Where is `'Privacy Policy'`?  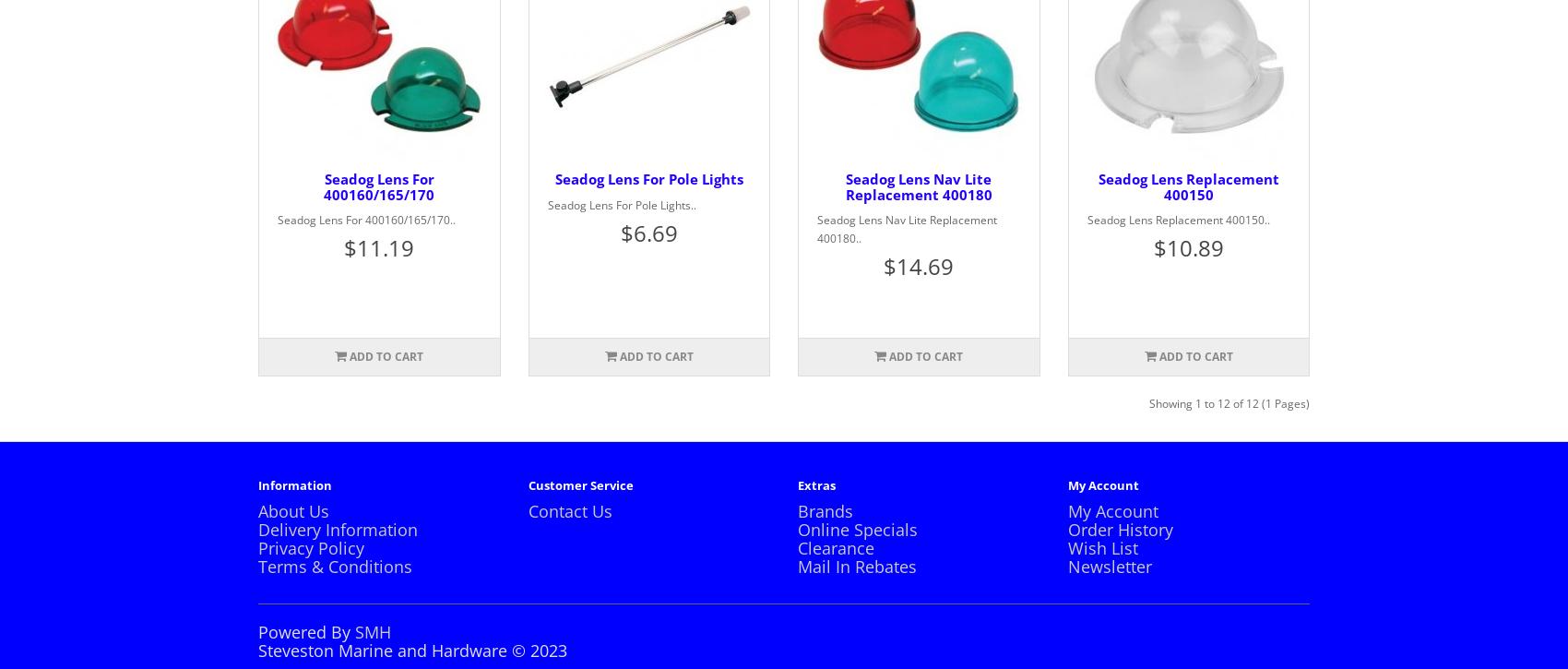
'Privacy Policy' is located at coordinates (310, 546).